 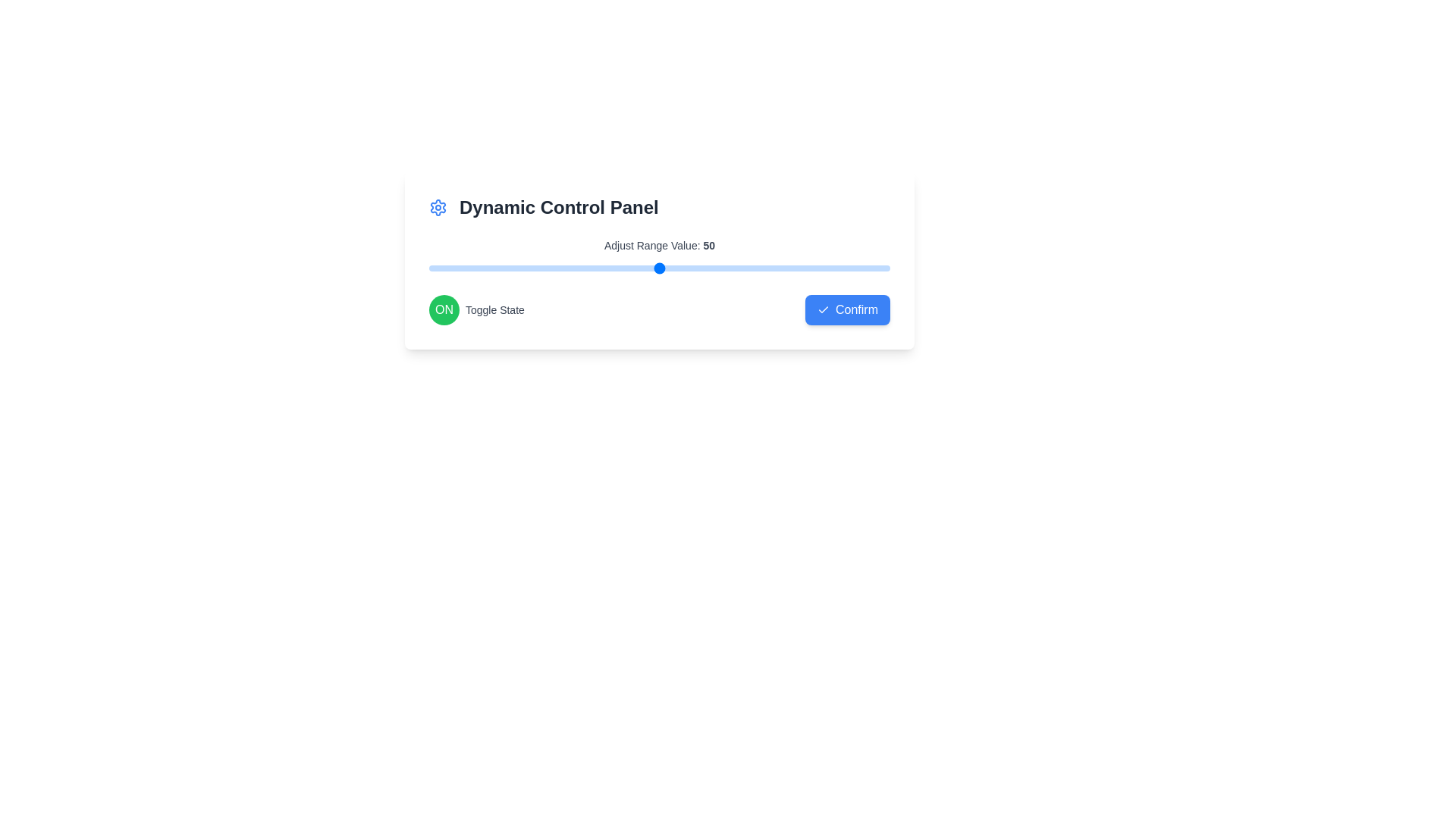 What do you see at coordinates (677, 268) in the screenshot?
I see `the range value` at bounding box center [677, 268].